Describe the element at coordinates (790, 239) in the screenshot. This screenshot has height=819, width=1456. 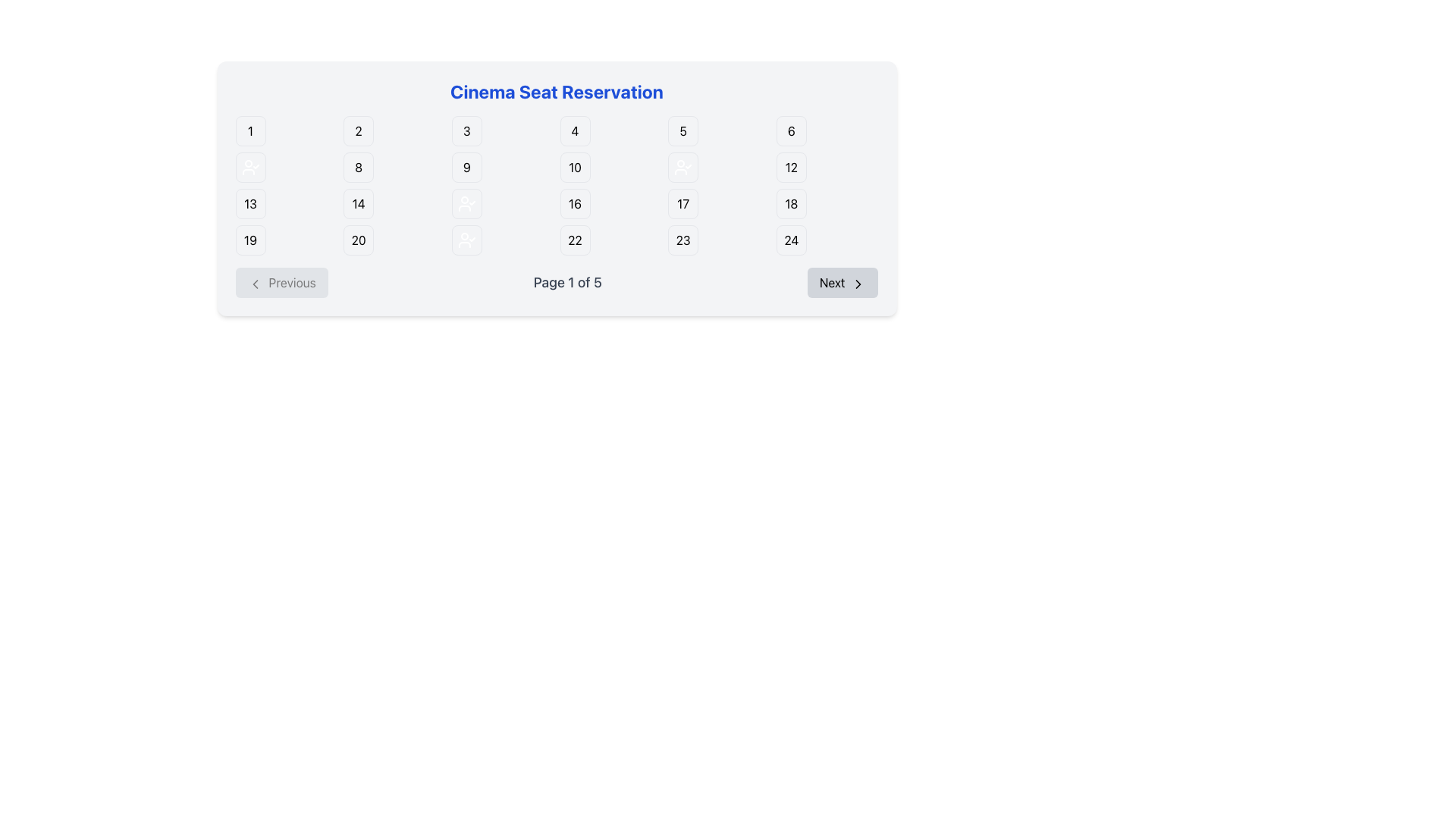
I see `the non-interactive square button displaying the text '24', located in the bottom-right corner of the grid layout, which has a green background indicating availability` at that location.